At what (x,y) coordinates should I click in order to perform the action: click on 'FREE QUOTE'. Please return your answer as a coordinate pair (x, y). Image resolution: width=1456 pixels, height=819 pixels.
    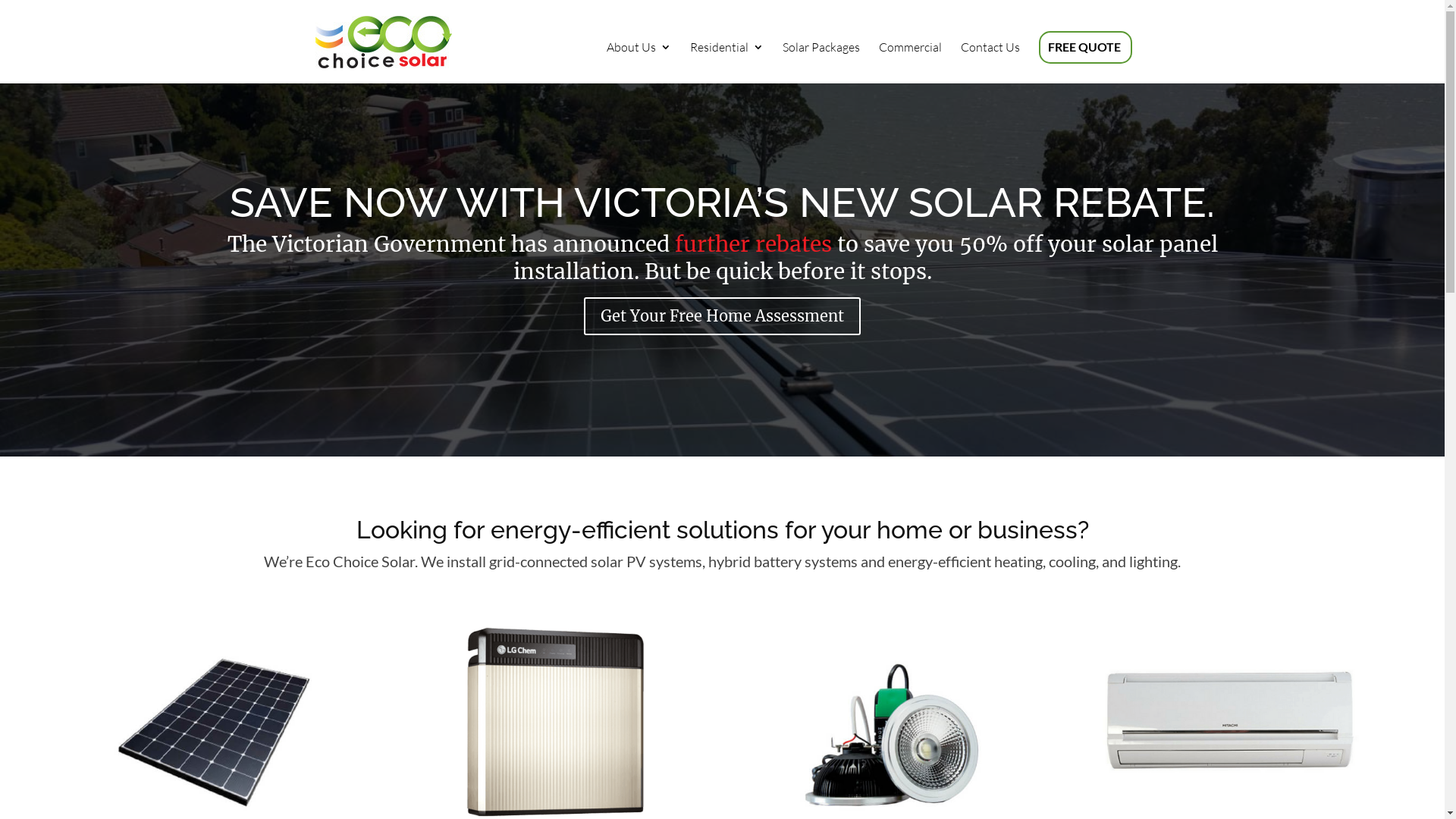
    Looking at the image, I should click on (1084, 61).